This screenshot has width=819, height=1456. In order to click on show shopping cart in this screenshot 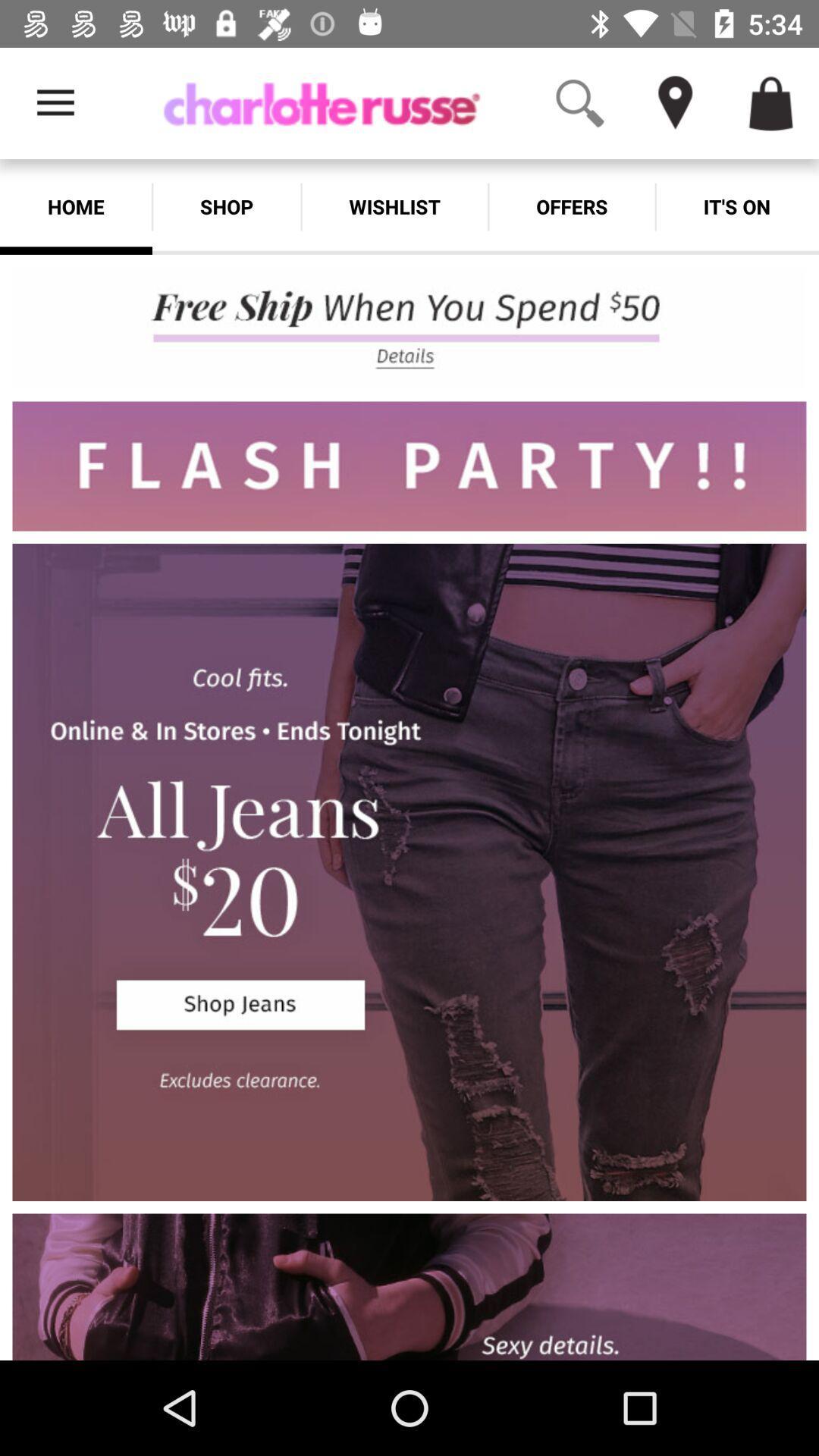, I will do `click(771, 102)`.